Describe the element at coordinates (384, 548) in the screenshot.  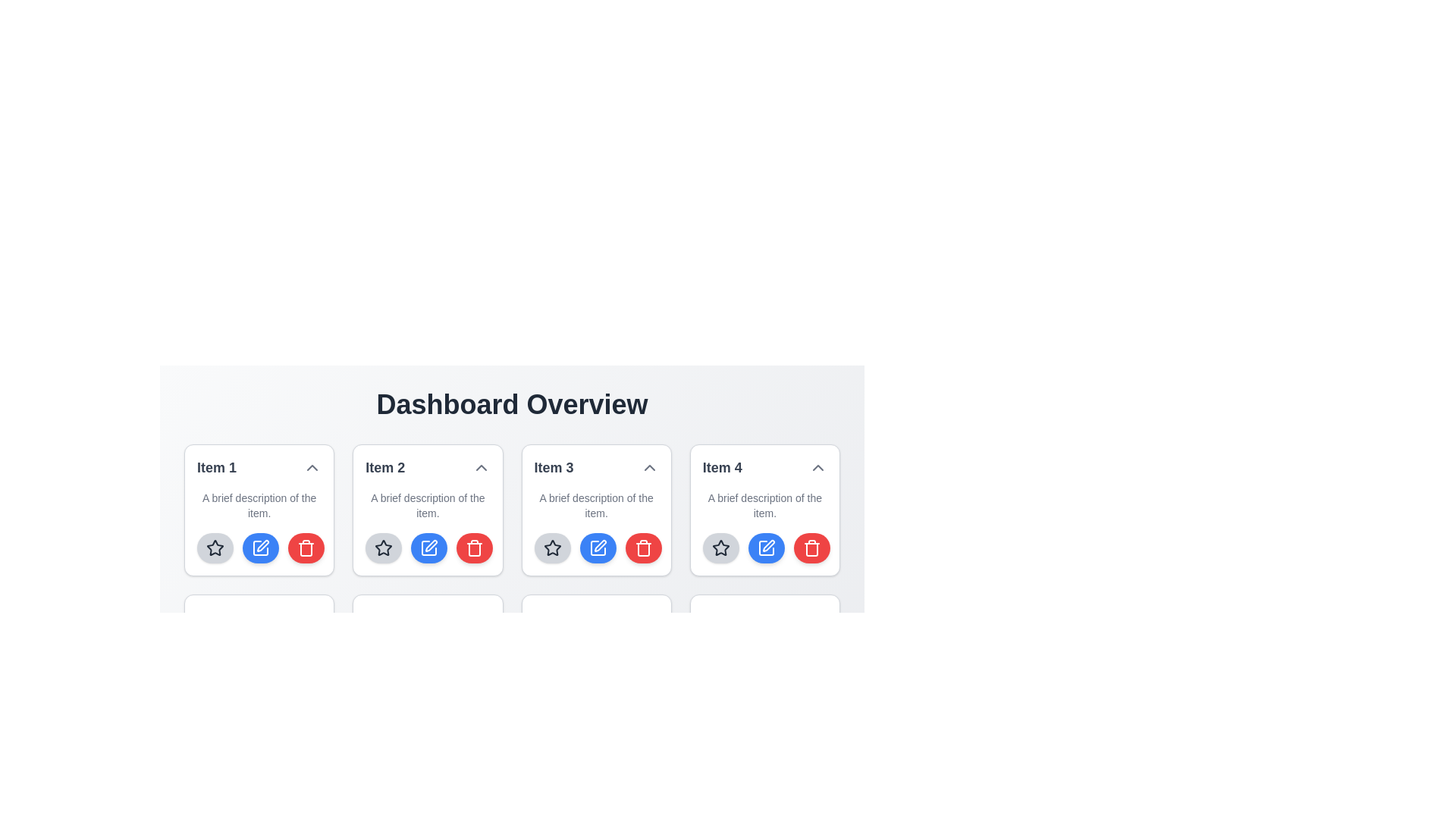
I see `the star-shaped icon button with a hollow center, styled in dark gray, to favorite the item` at that location.